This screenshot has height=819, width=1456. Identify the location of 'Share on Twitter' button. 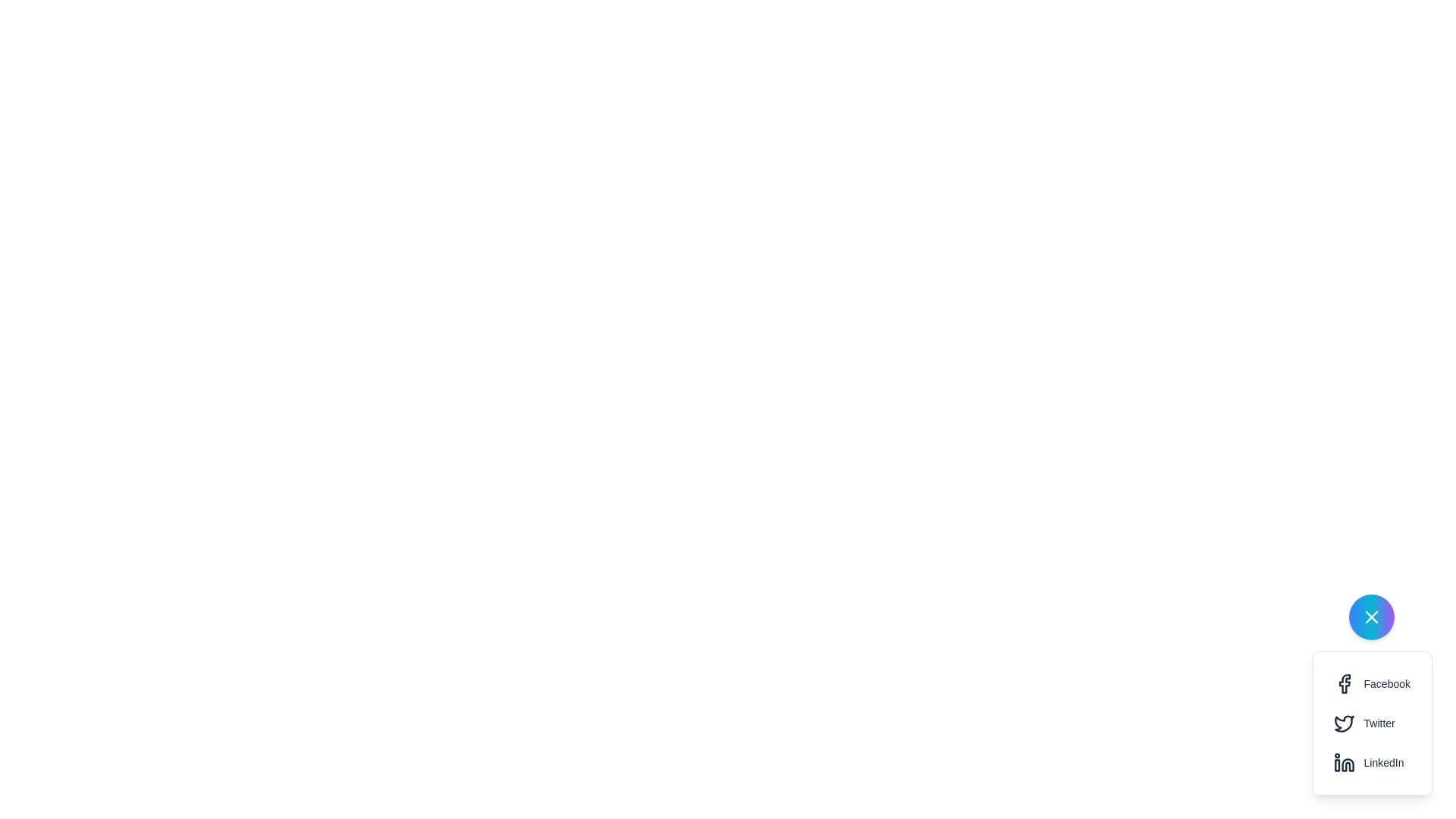
(1364, 722).